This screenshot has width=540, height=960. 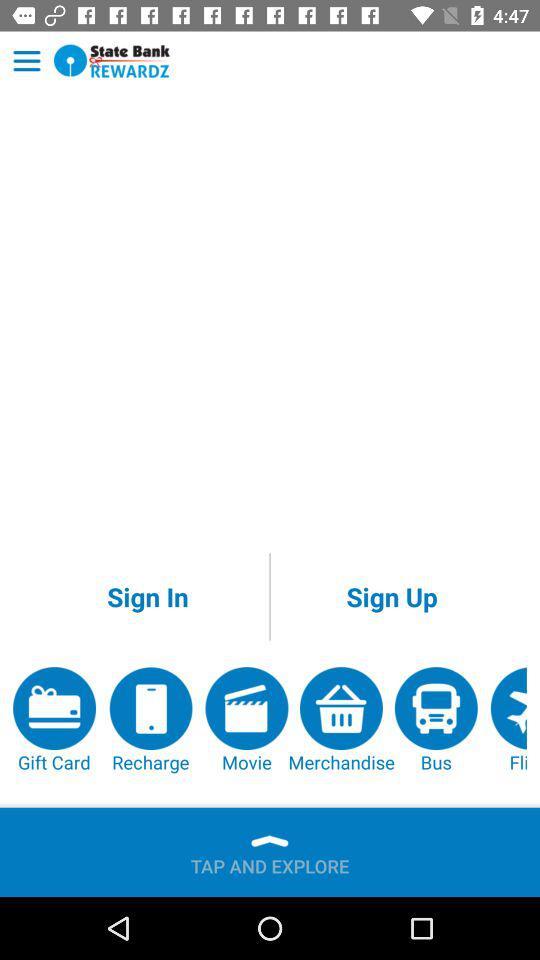 What do you see at coordinates (54, 720) in the screenshot?
I see `gift card icon` at bounding box center [54, 720].